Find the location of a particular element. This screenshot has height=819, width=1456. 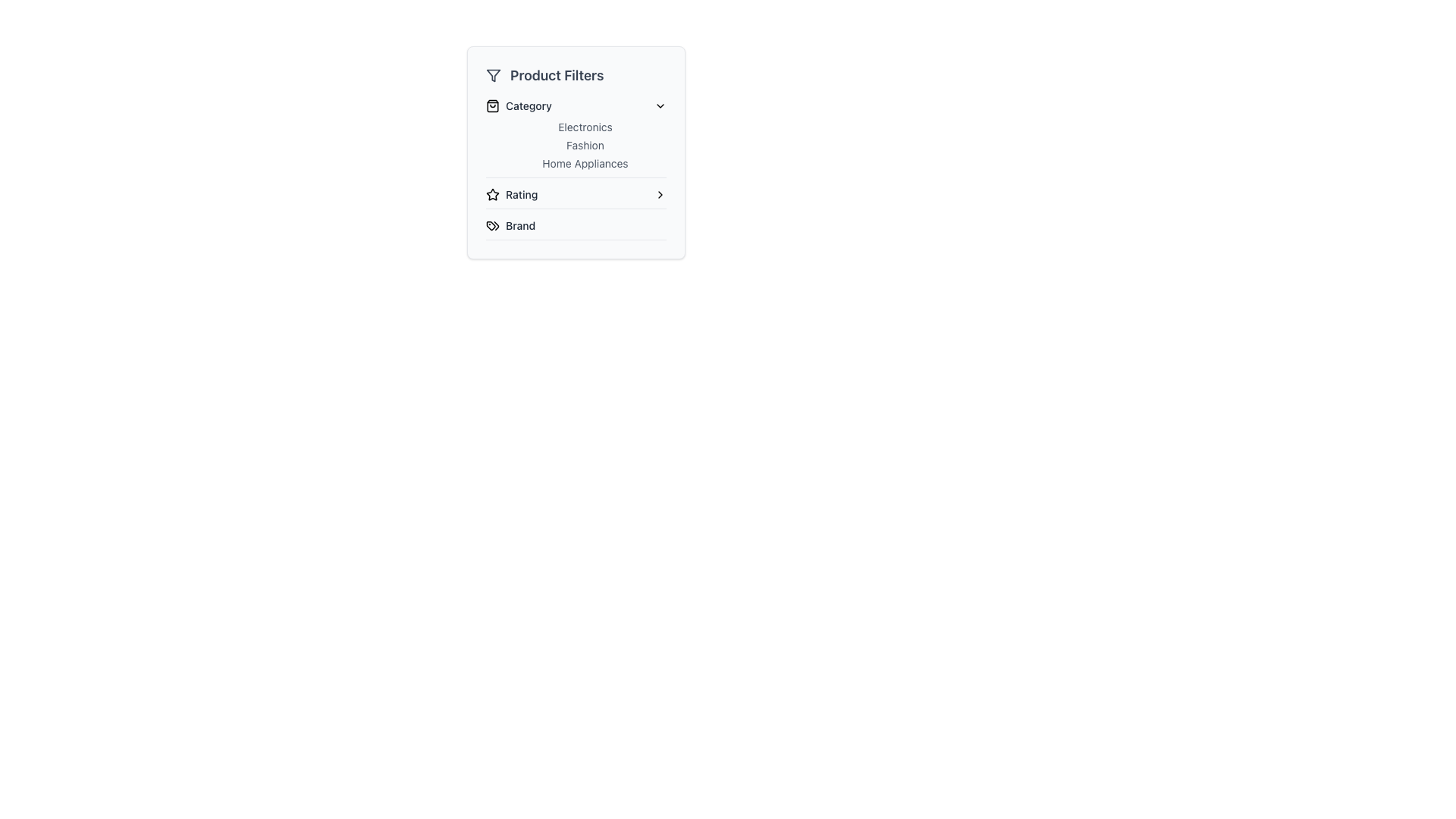

the text element reading 'Fashion' located as the second entry in the 'Category' section of the product filter panel to apply the 'Fashion' filter is located at coordinates (575, 152).